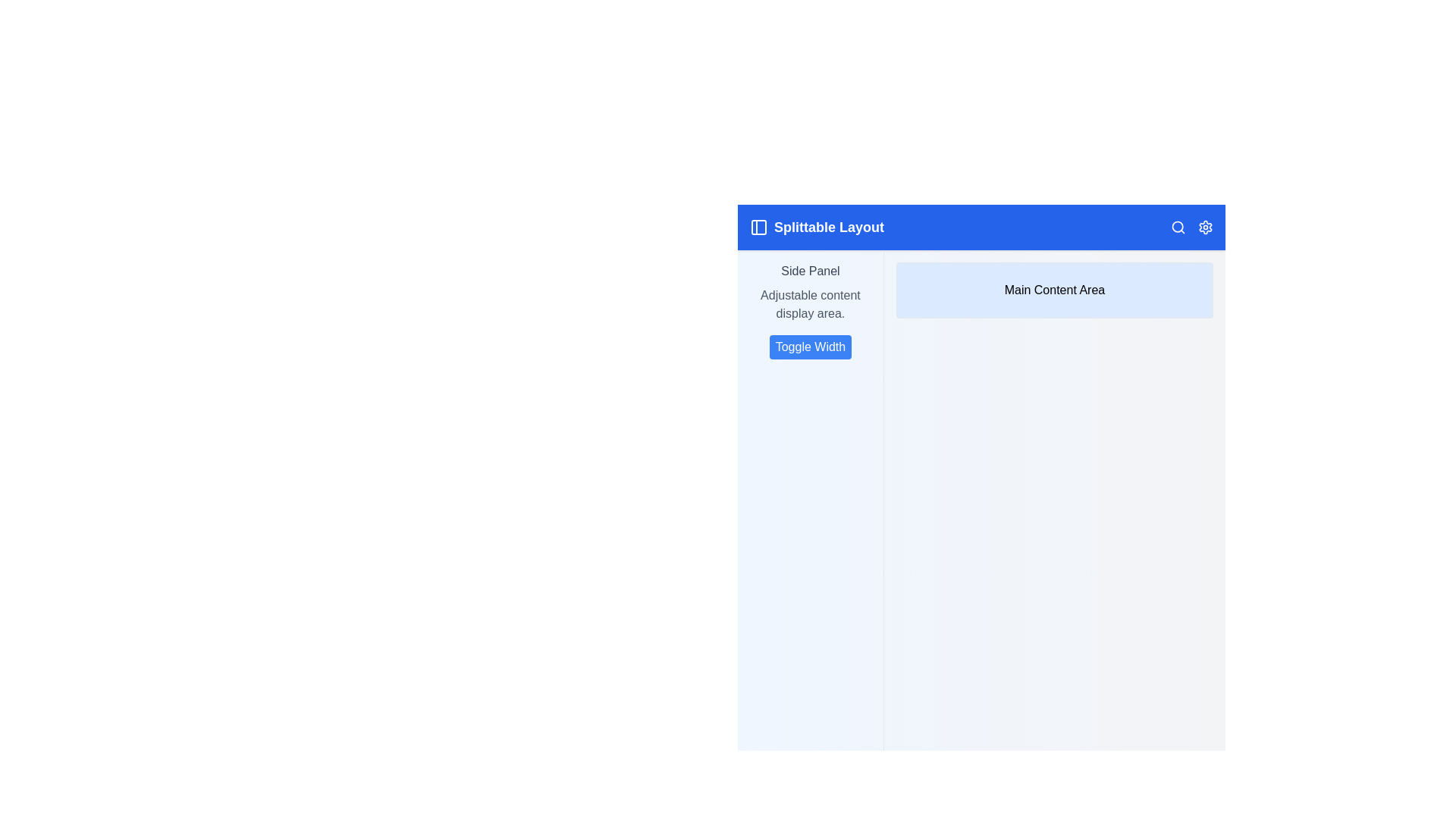  I want to click on the small rectangular SVG component with rounded corners, which is outlined and located in the left portion of the graphical icon, so click(759, 227).